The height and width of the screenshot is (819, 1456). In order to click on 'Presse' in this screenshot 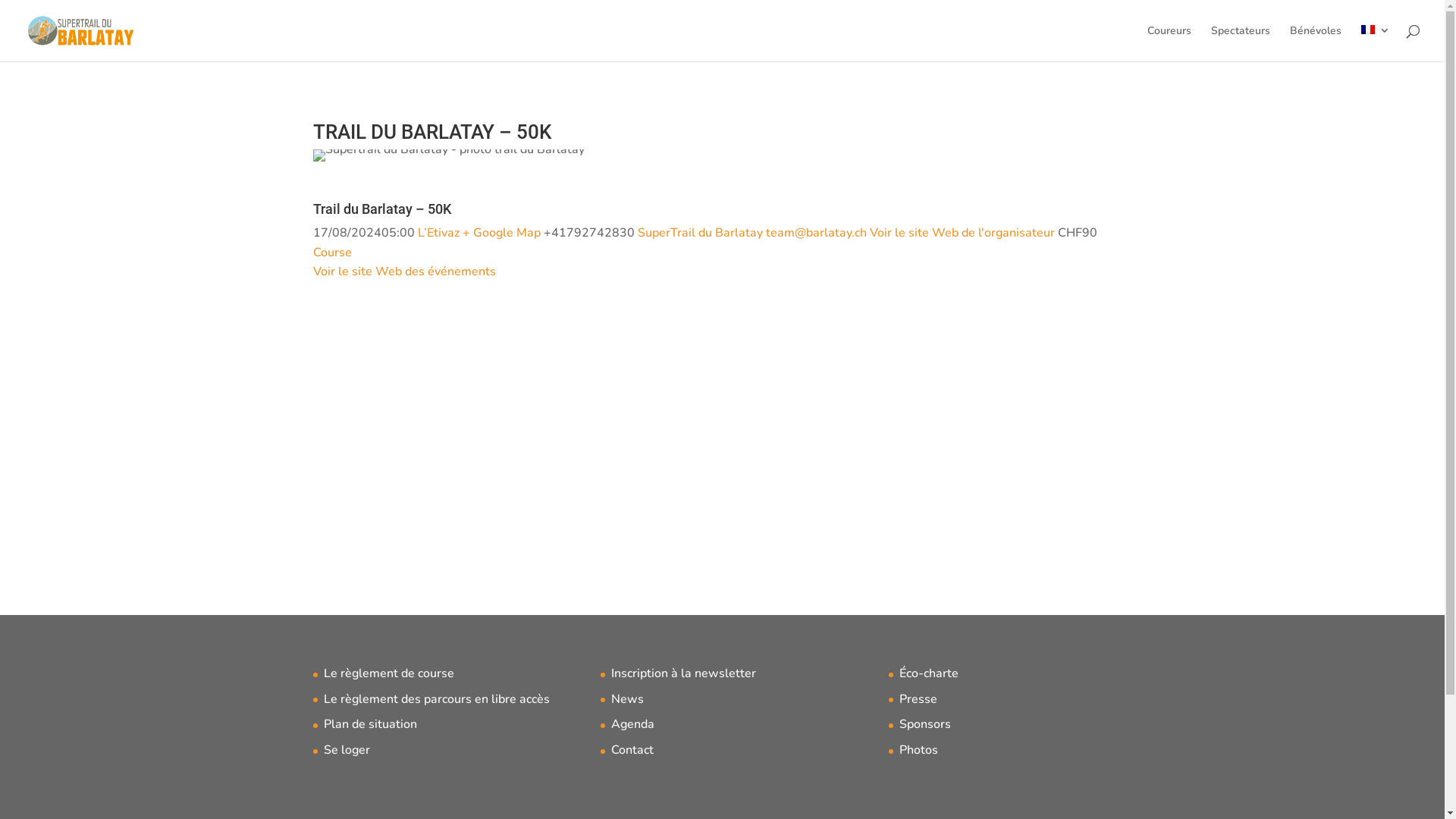, I will do `click(917, 698)`.